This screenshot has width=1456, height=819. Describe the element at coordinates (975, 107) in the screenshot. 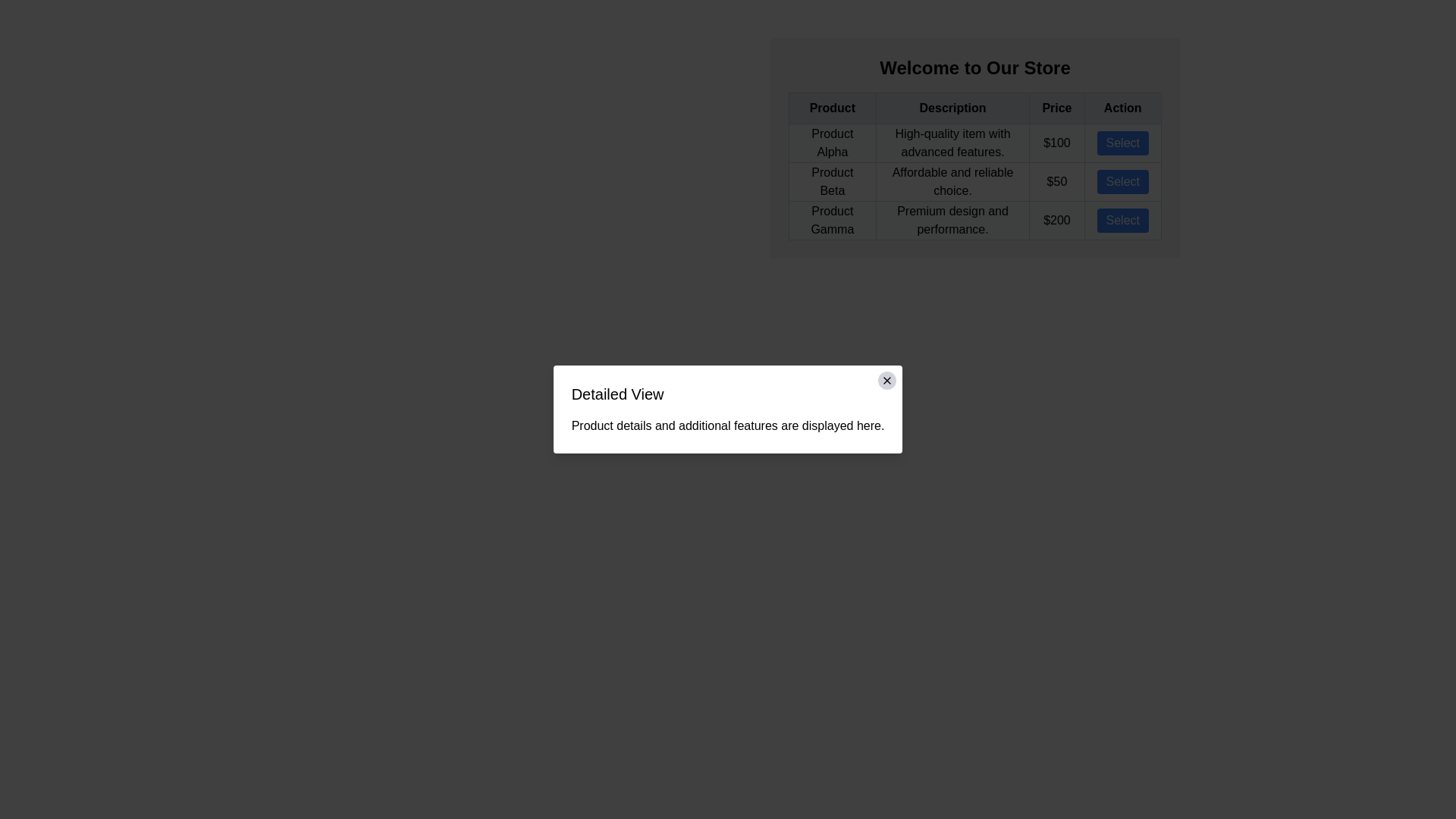

I see `the table header row that labels the columns for Product, Description, Price, and Action` at that location.